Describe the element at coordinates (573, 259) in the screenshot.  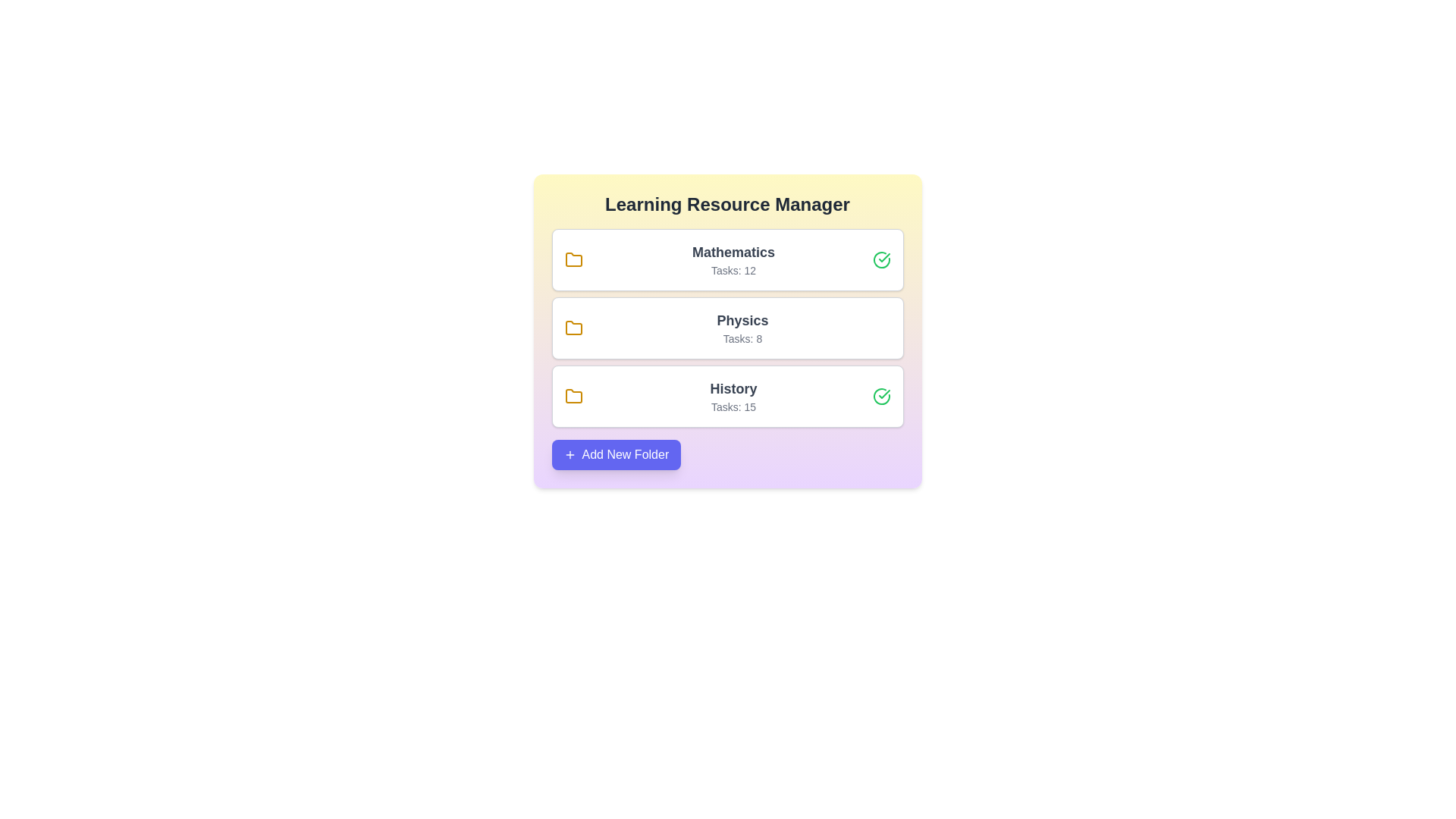
I see `the folder icon of Mathematics to reveal its tooltip or effect` at that location.